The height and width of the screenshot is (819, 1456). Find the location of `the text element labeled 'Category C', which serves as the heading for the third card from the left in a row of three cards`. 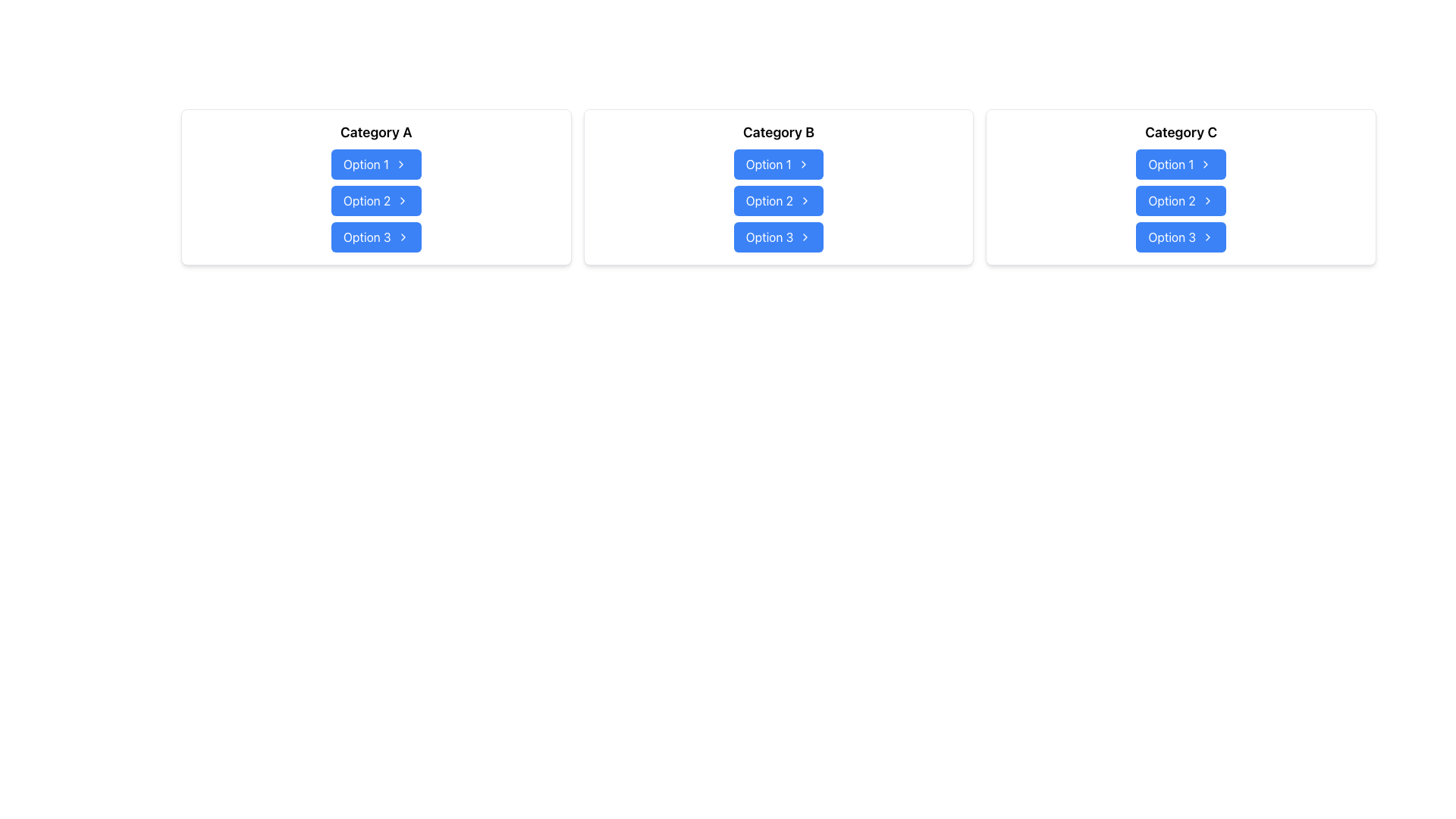

the text element labeled 'Category C', which serves as the heading for the third card from the left in a row of three cards is located at coordinates (1180, 131).